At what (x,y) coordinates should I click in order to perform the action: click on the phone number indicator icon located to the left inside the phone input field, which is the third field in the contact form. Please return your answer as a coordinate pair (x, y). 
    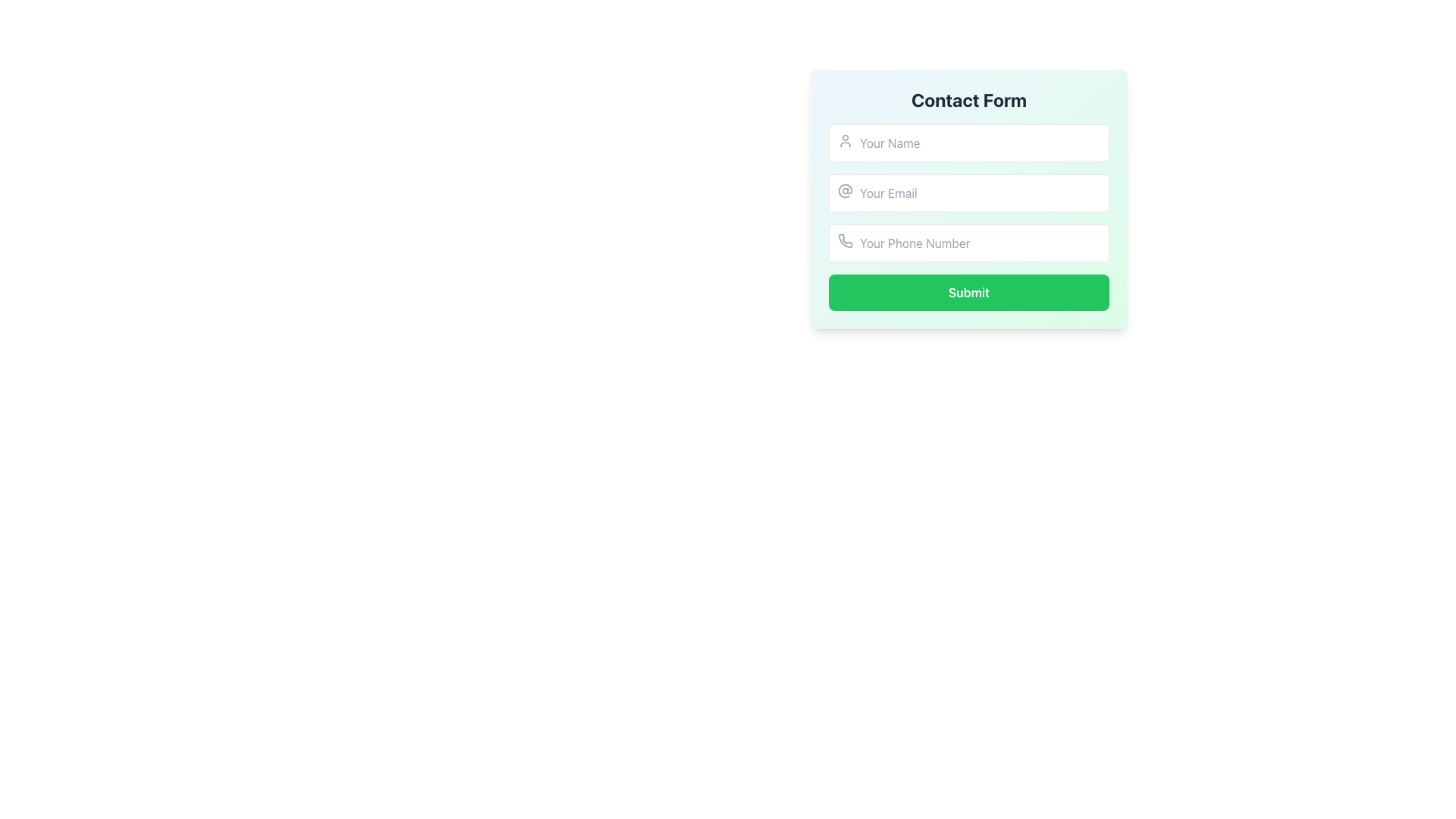
    Looking at the image, I should click on (845, 240).